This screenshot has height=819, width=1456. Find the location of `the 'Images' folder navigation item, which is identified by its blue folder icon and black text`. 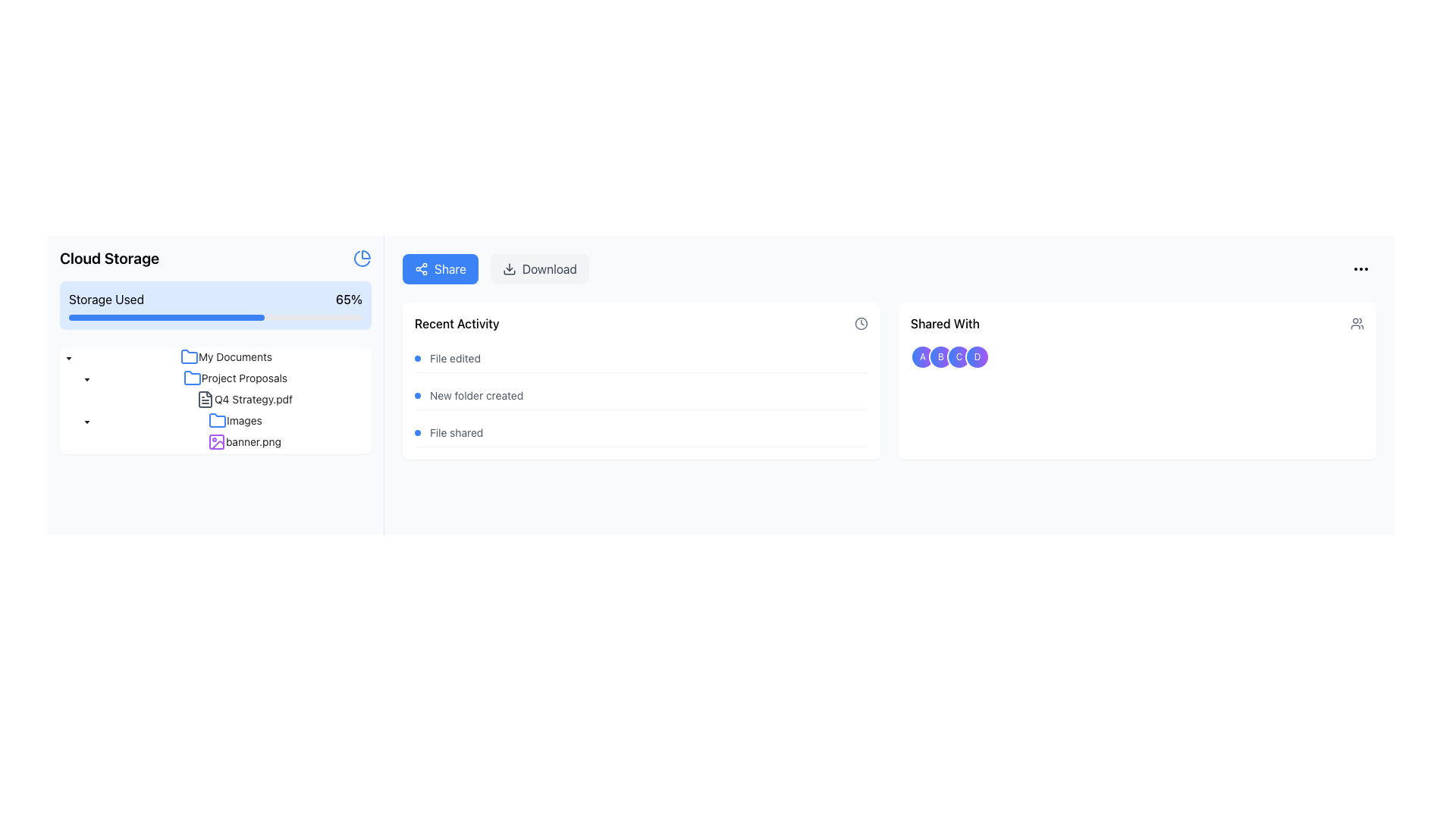

the 'Images' folder navigation item, which is identified by its blue folder icon and black text is located at coordinates (234, 421).